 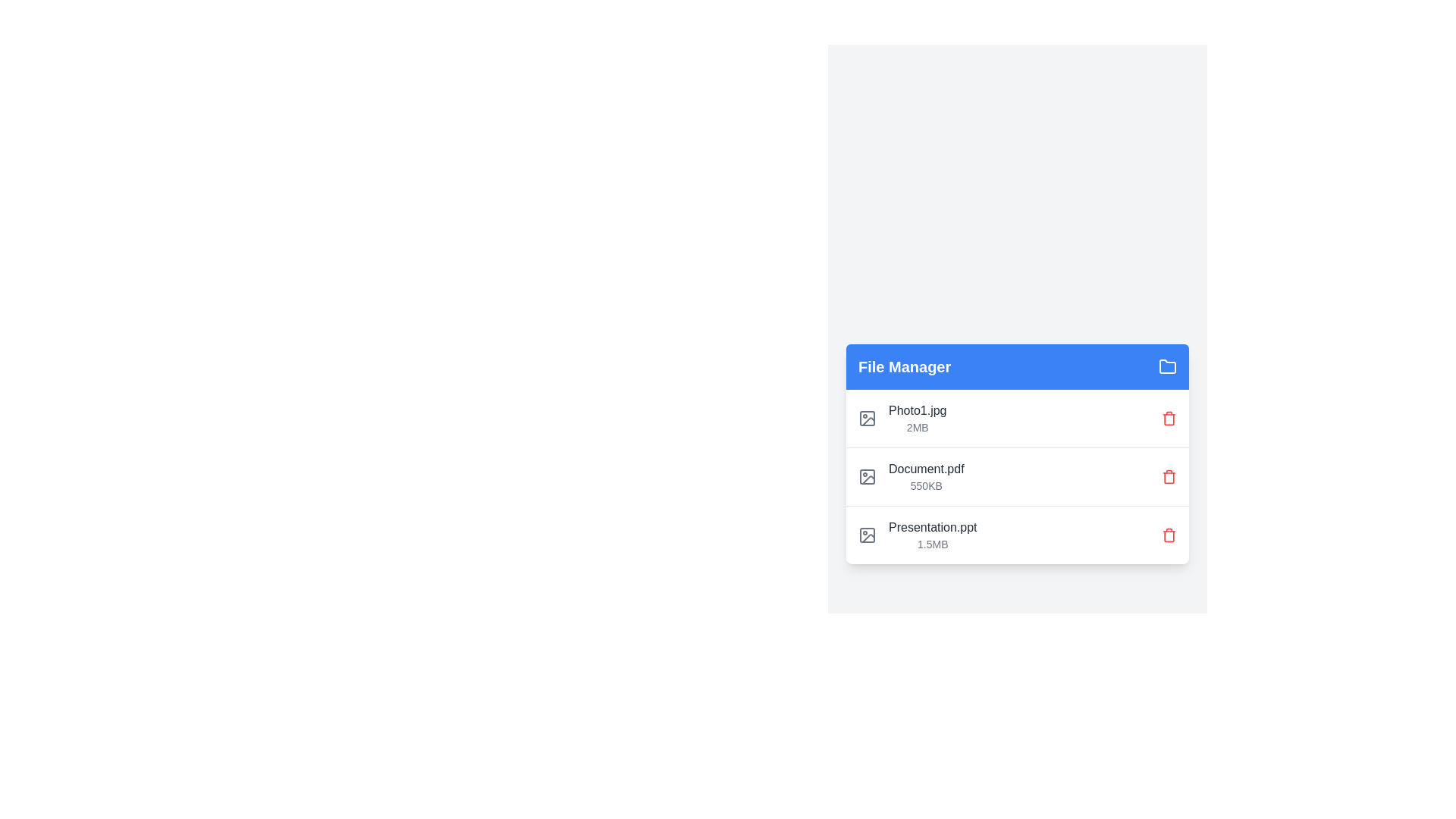 I want to click on the icon representing the file type for 'Photo1.jpg' located to the left of the text entry in the 'File Manager' section, so click(x=867, y=418).